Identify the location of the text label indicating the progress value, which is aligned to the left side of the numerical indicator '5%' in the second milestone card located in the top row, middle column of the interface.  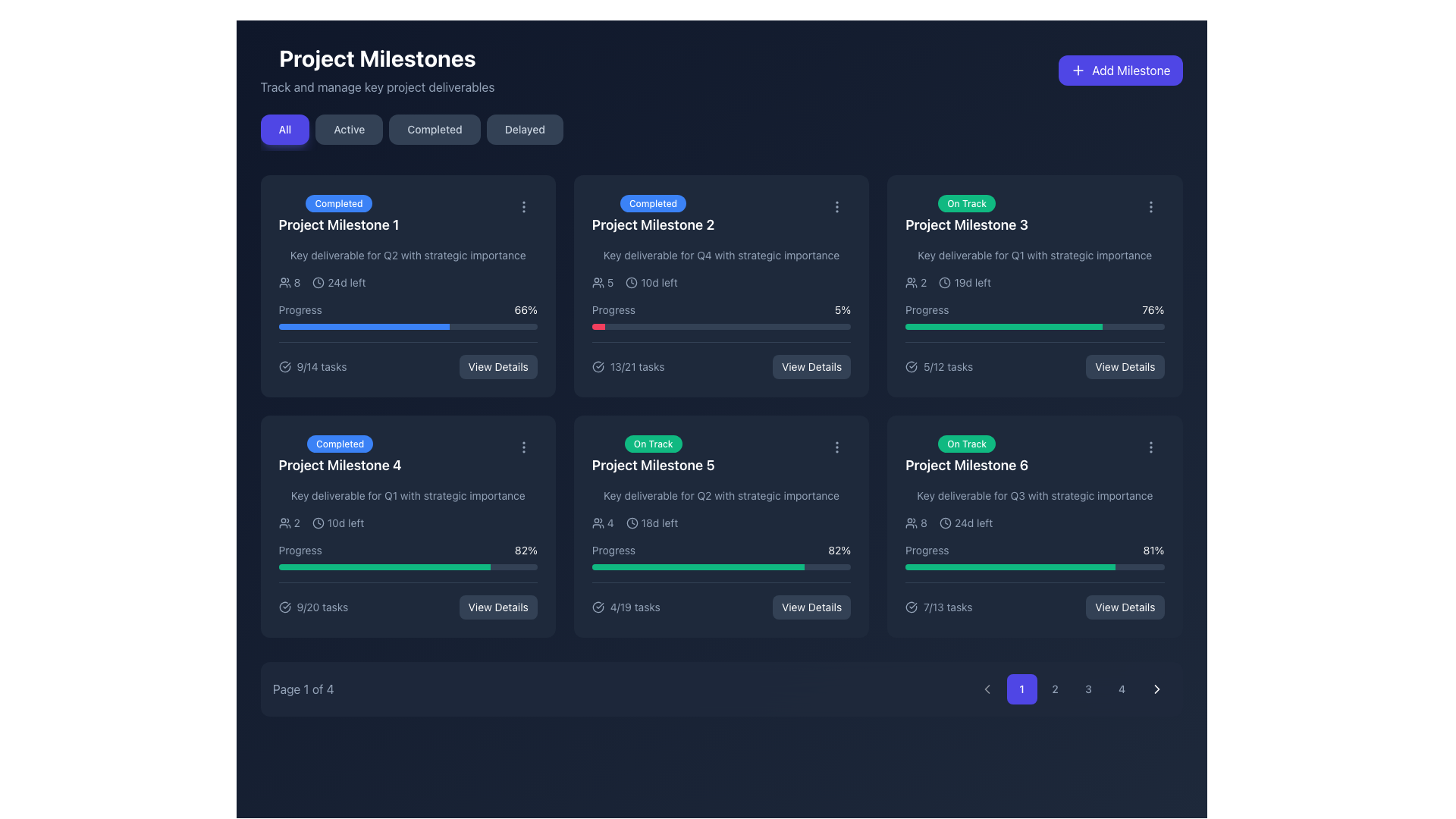
(613, 309).